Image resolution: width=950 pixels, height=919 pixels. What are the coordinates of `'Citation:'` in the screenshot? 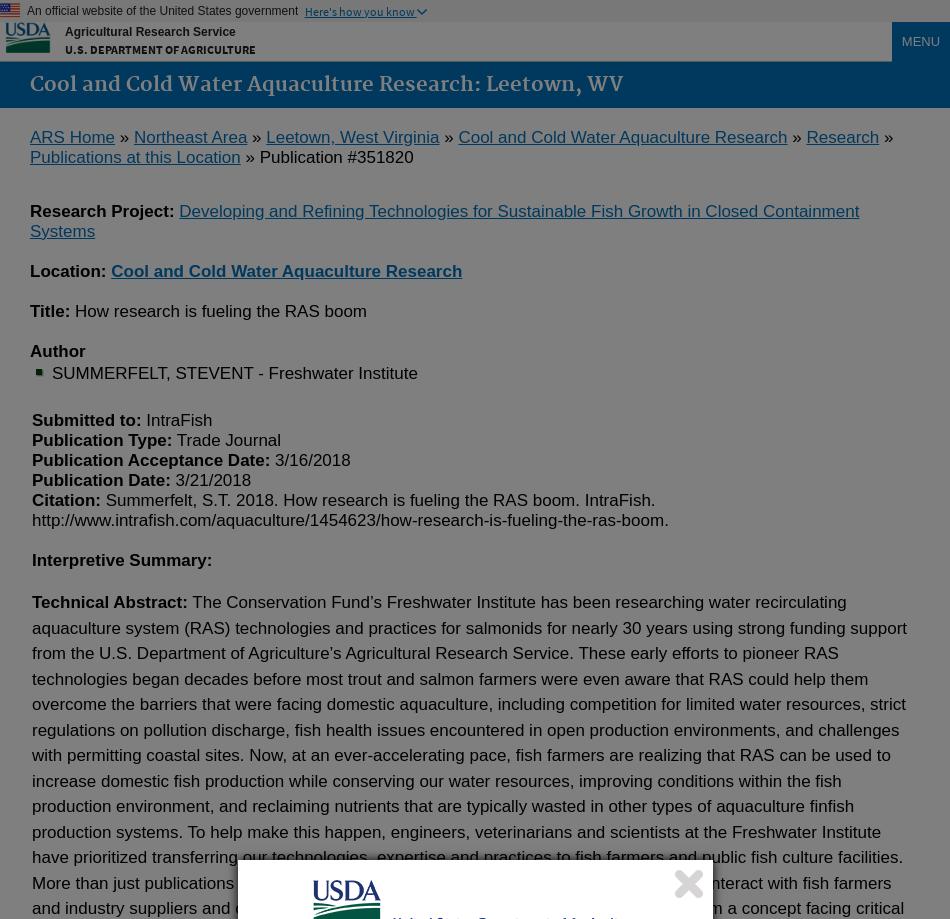 It's located at (66, 498).